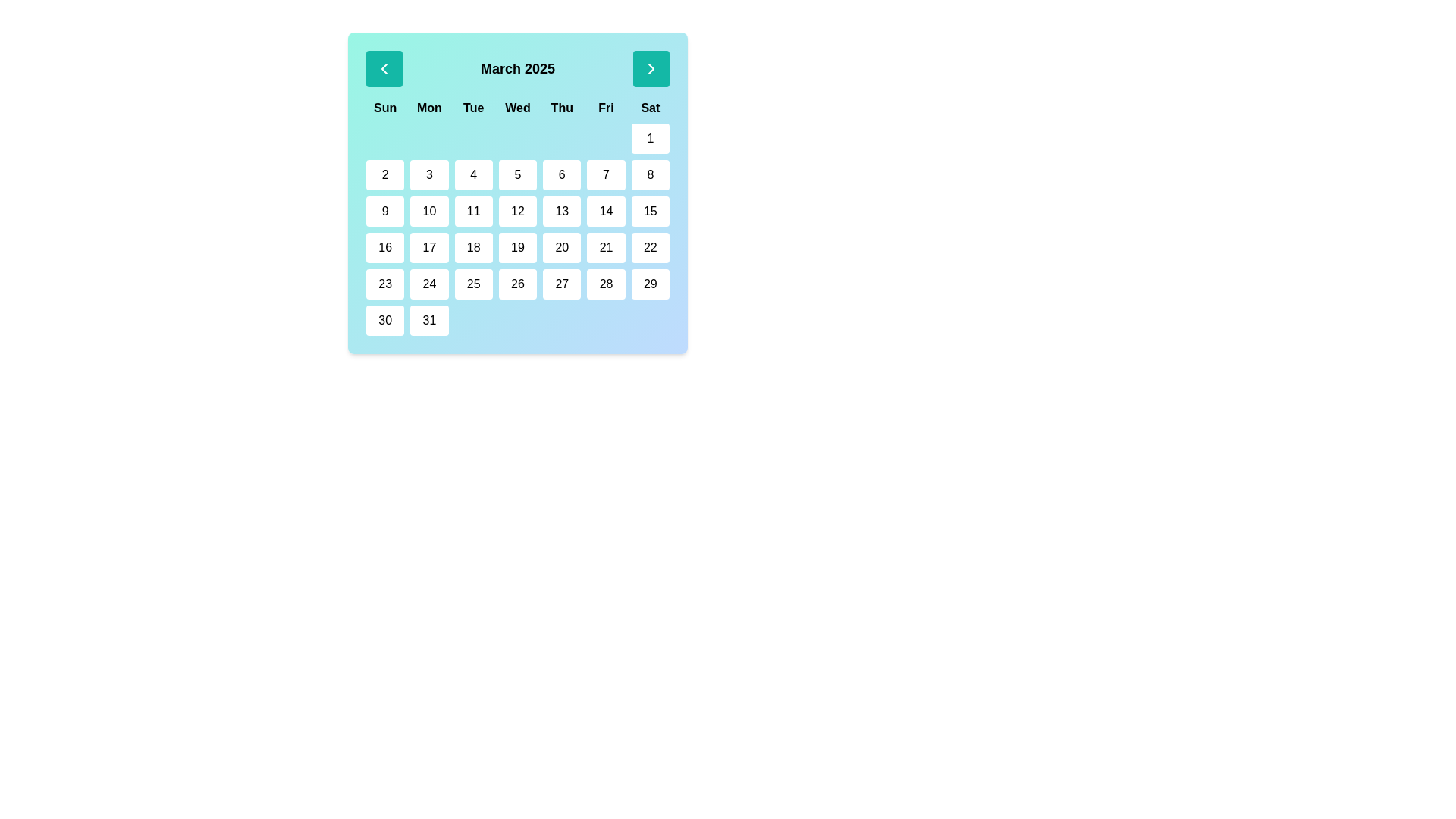 The image size is (1456, 819). I want to click on the rounded rectangular button labeled '13' located under the 'Thu' column in the calendar grid to observe its visual feedback, so click(561, 211).